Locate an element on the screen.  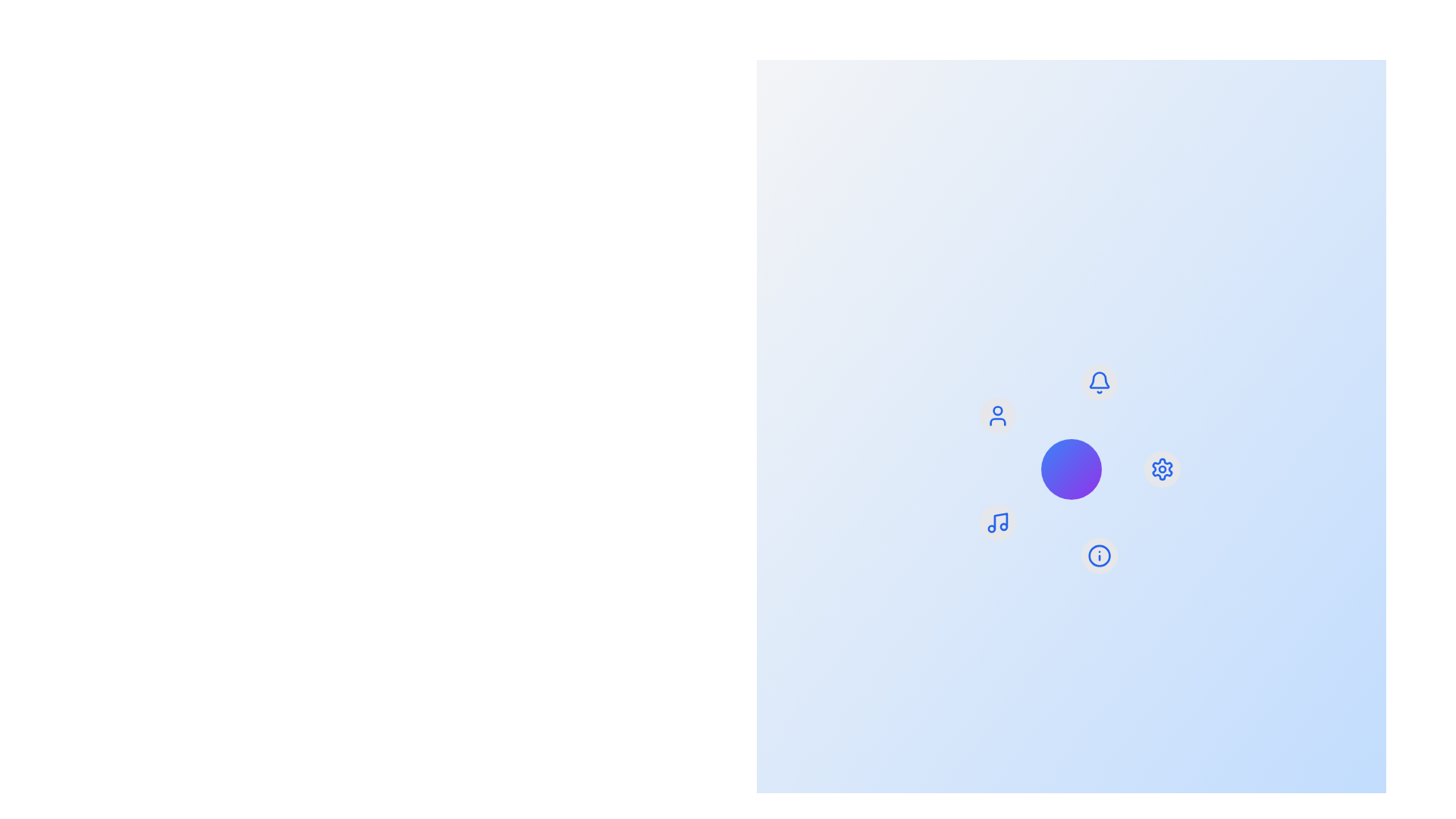
the menu item labeled Notifications by clicking its corresponding icon is located at coordinates (1099, 381).